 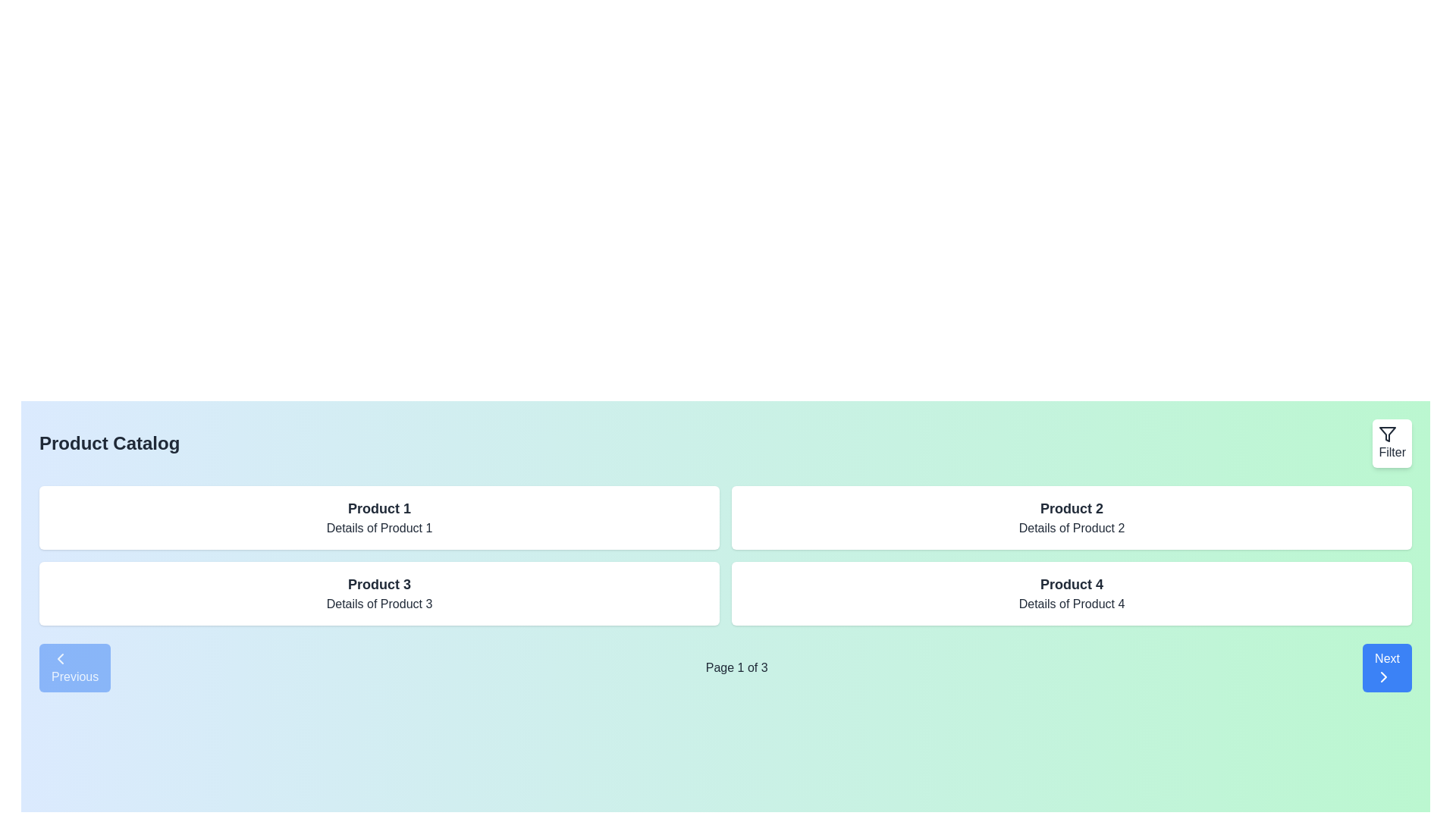 I want to click on the title/header text element reading 'Product 3', so click(x=379, y=584).